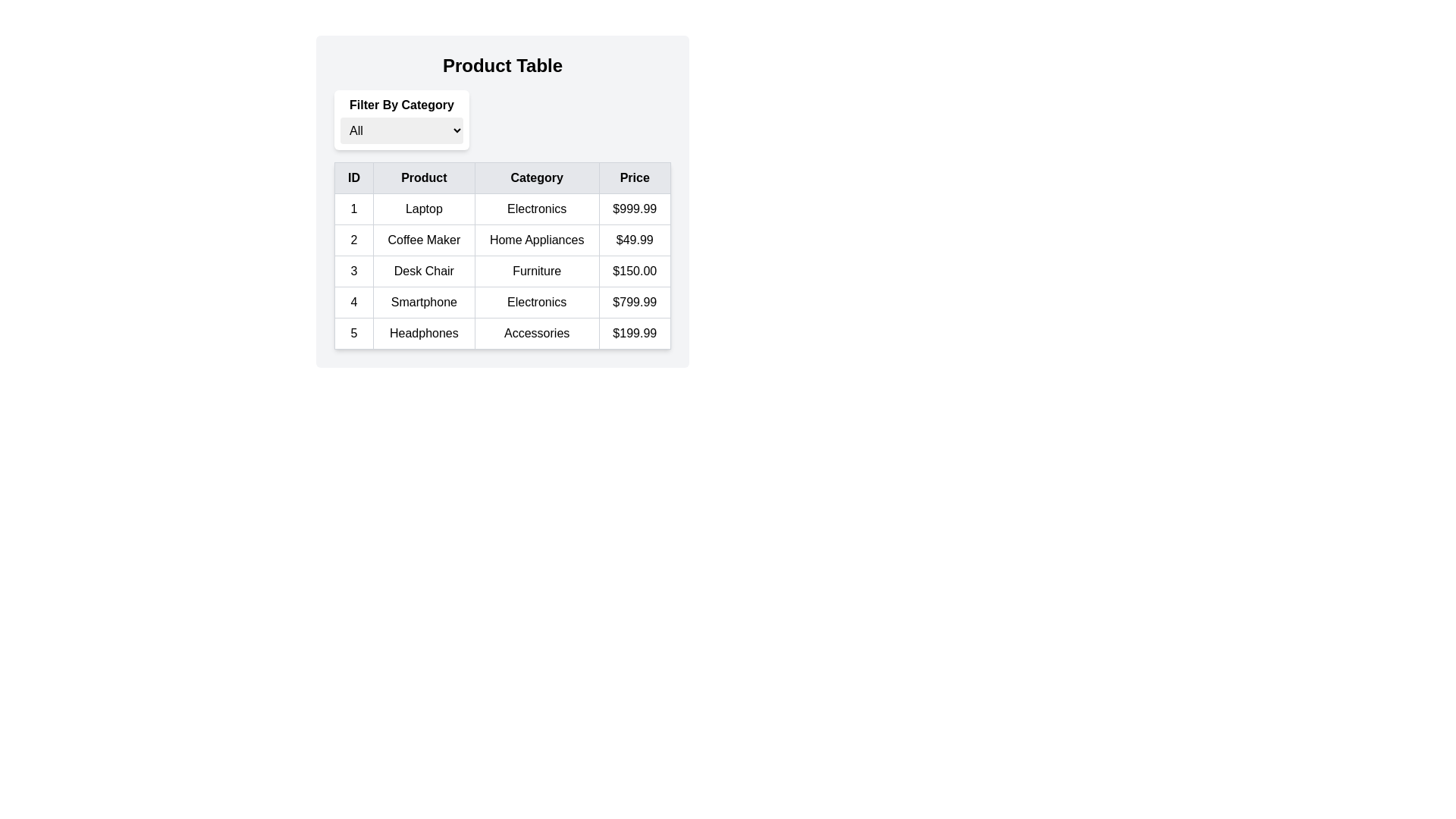 The image size is (1456, 819). What do you see at coordinates (353, 302) in the screenshot?
I see `the static text table cell representing the identifier of the fourth row in the product information data grid, which corresponds to the product 'Smartphone'` at bounding box center [353, 302].